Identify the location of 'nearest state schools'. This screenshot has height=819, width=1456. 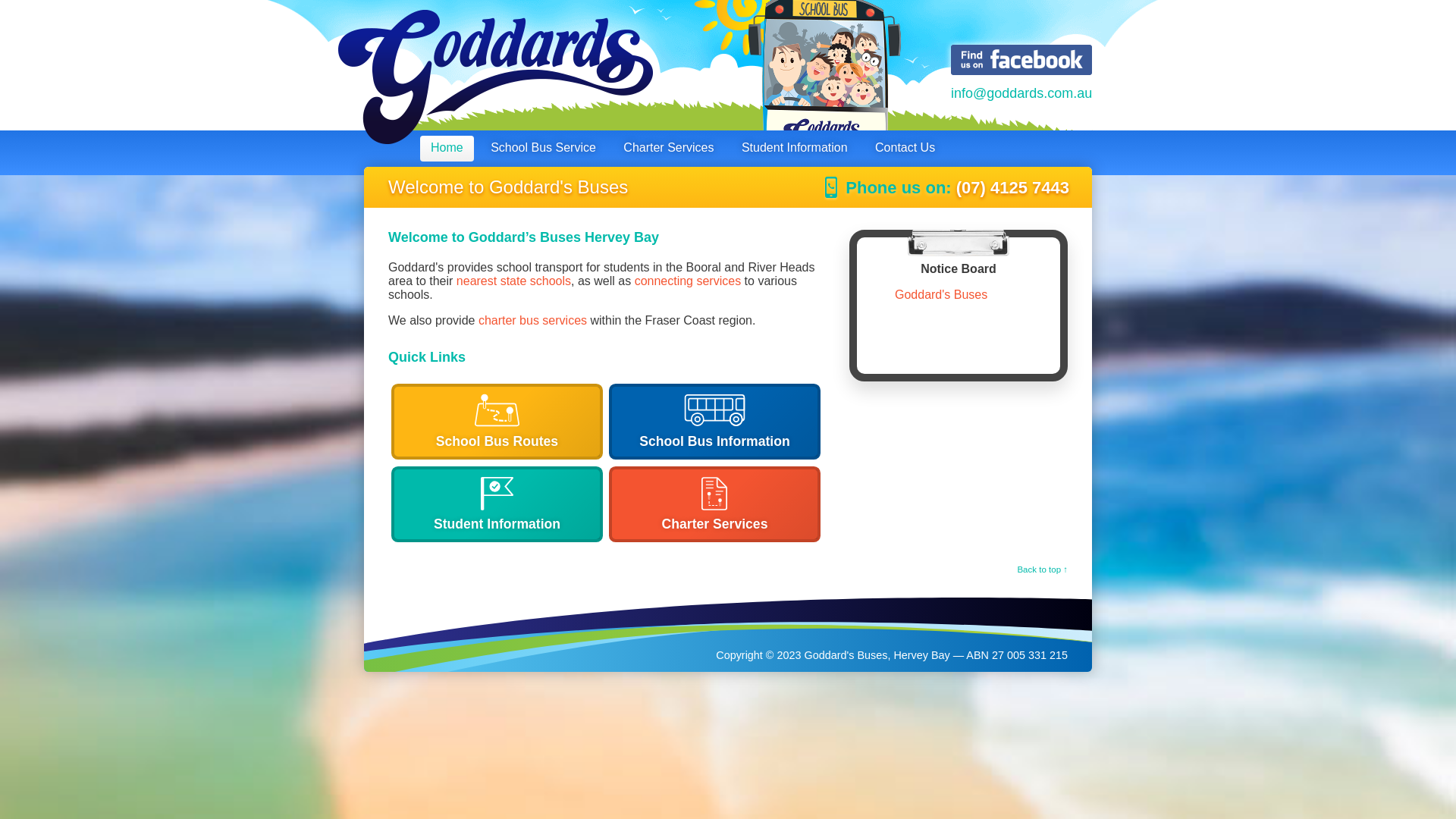
(455, 281).